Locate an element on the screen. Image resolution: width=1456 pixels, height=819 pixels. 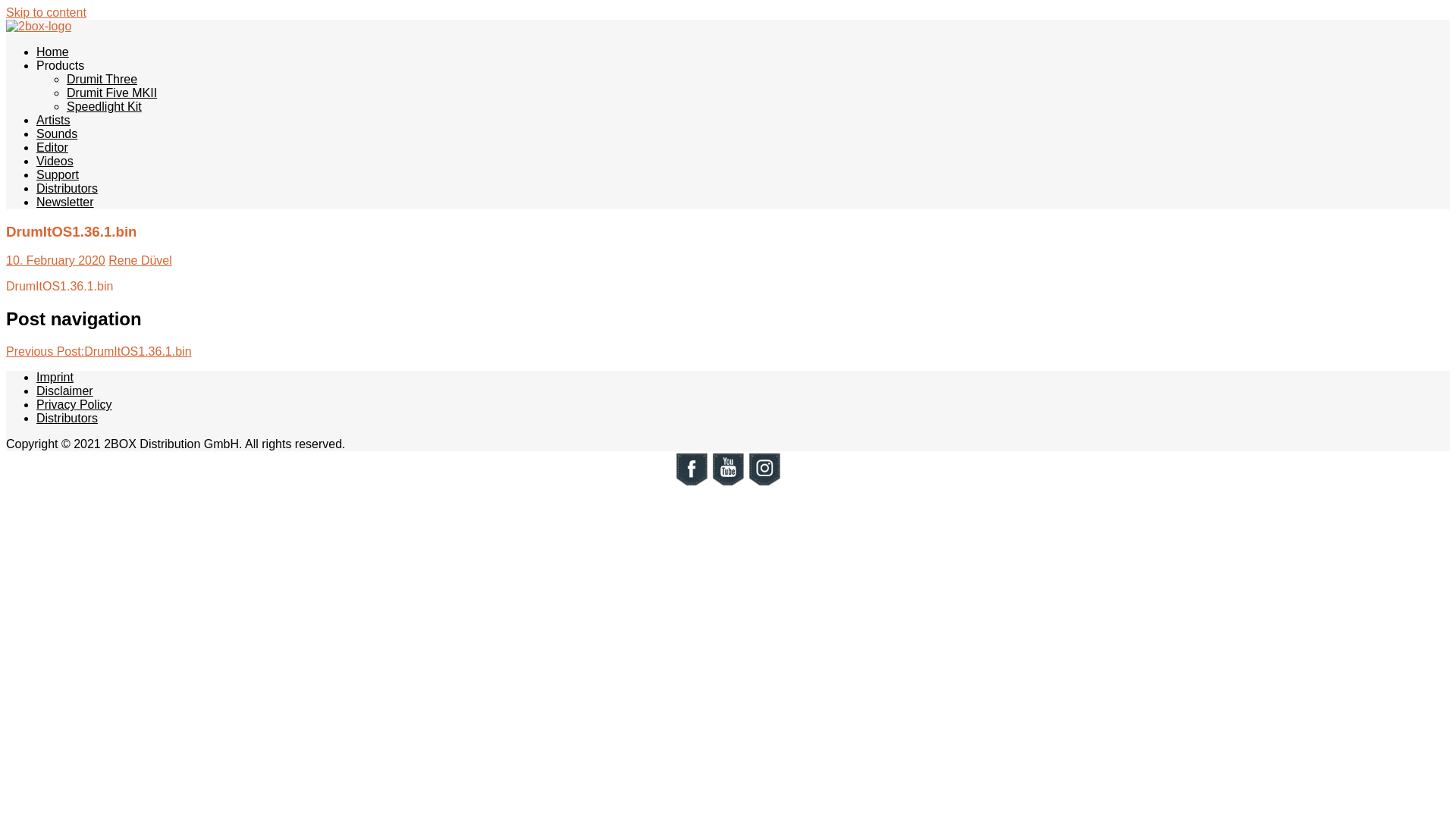
'Home' is located at coordinates (52, 51).